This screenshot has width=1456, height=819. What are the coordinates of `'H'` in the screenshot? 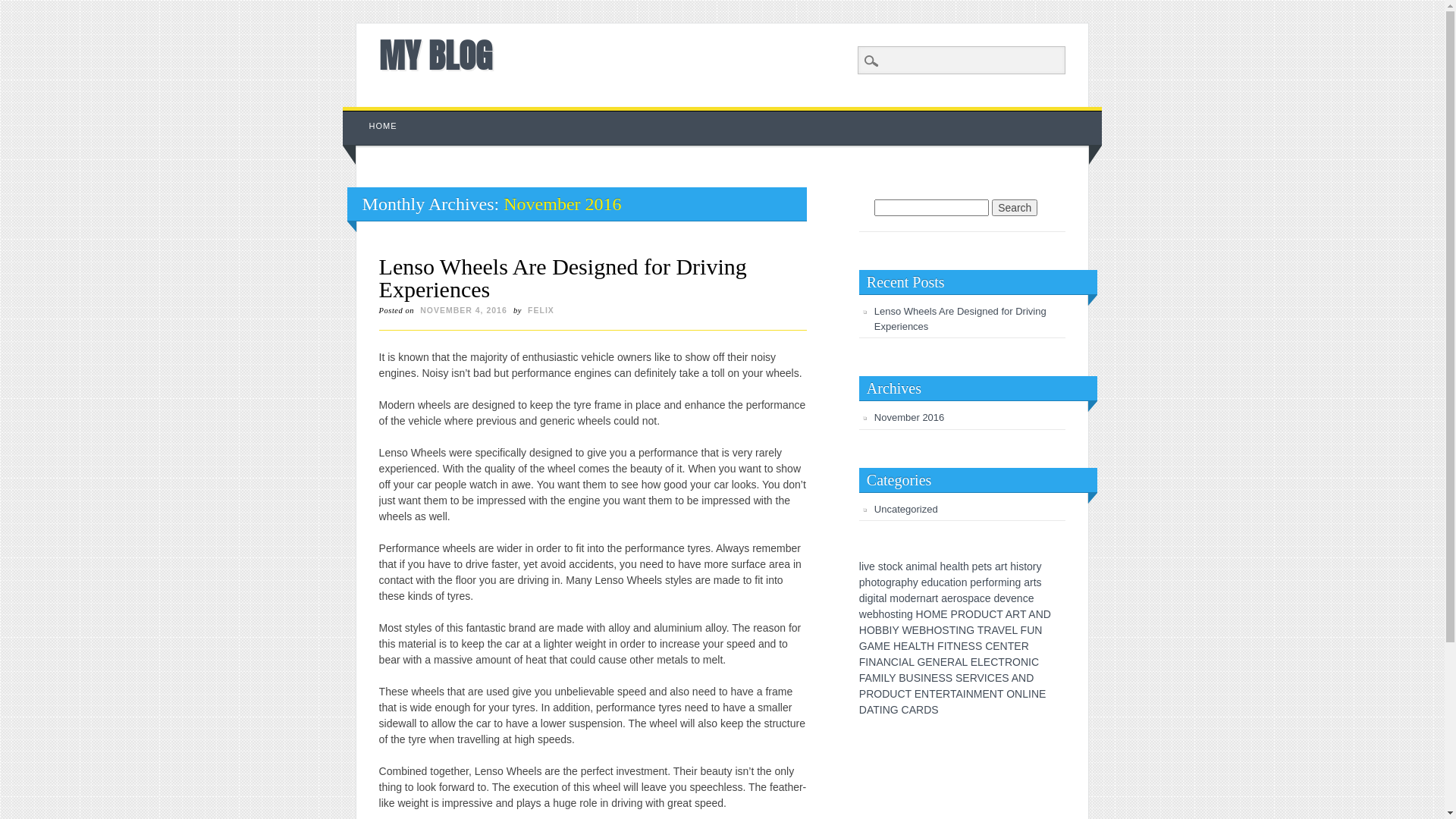 It's located at (862, 629).